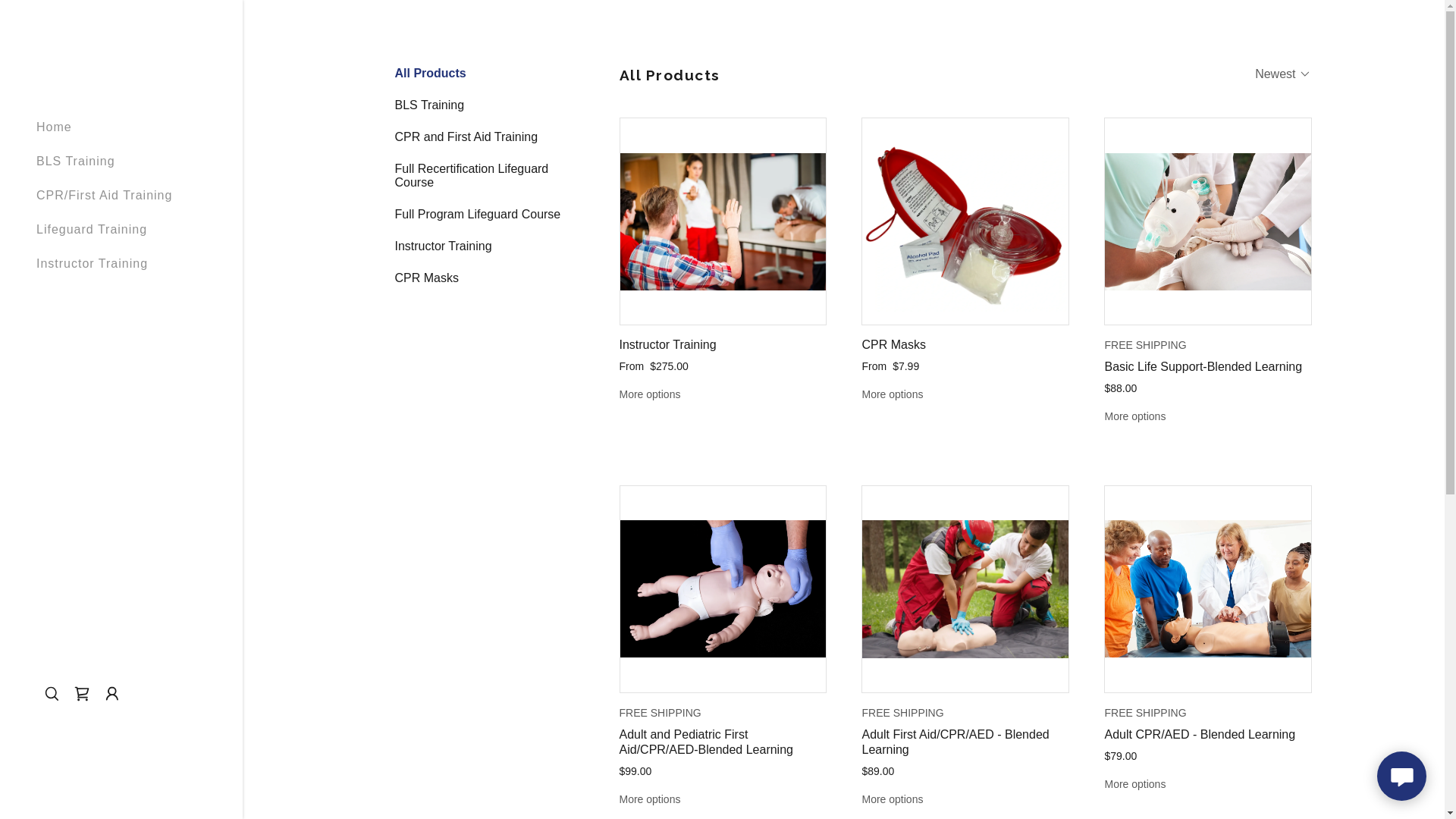 This screenshot has height=819, width=1456. Describe the element at coordinates (103, 194) in the screenshot. I see `'CPR/First Aid Training'` at that location.